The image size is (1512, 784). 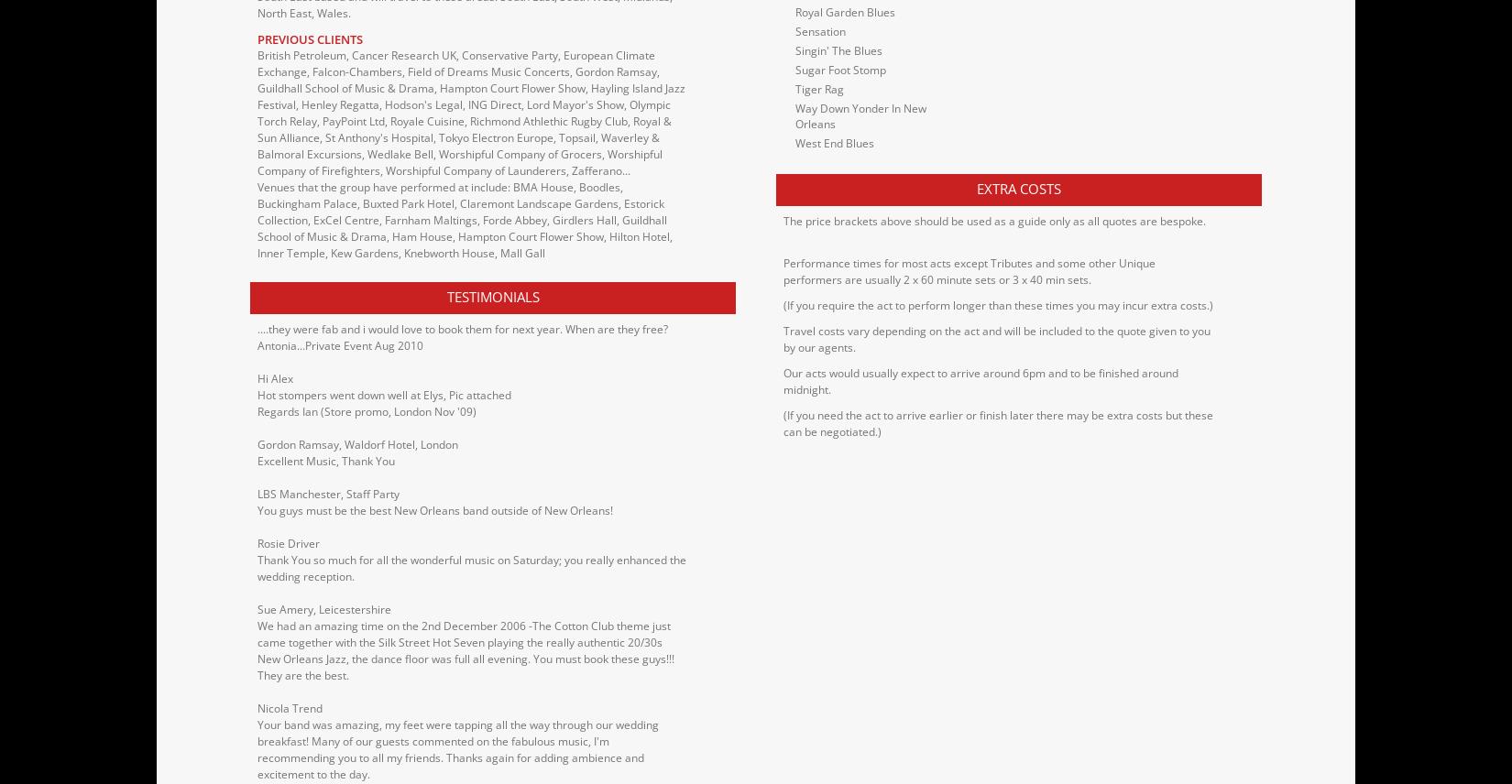 I want to click on 'Way Down Yonder In New Orleans', so click(x=860, y=114).